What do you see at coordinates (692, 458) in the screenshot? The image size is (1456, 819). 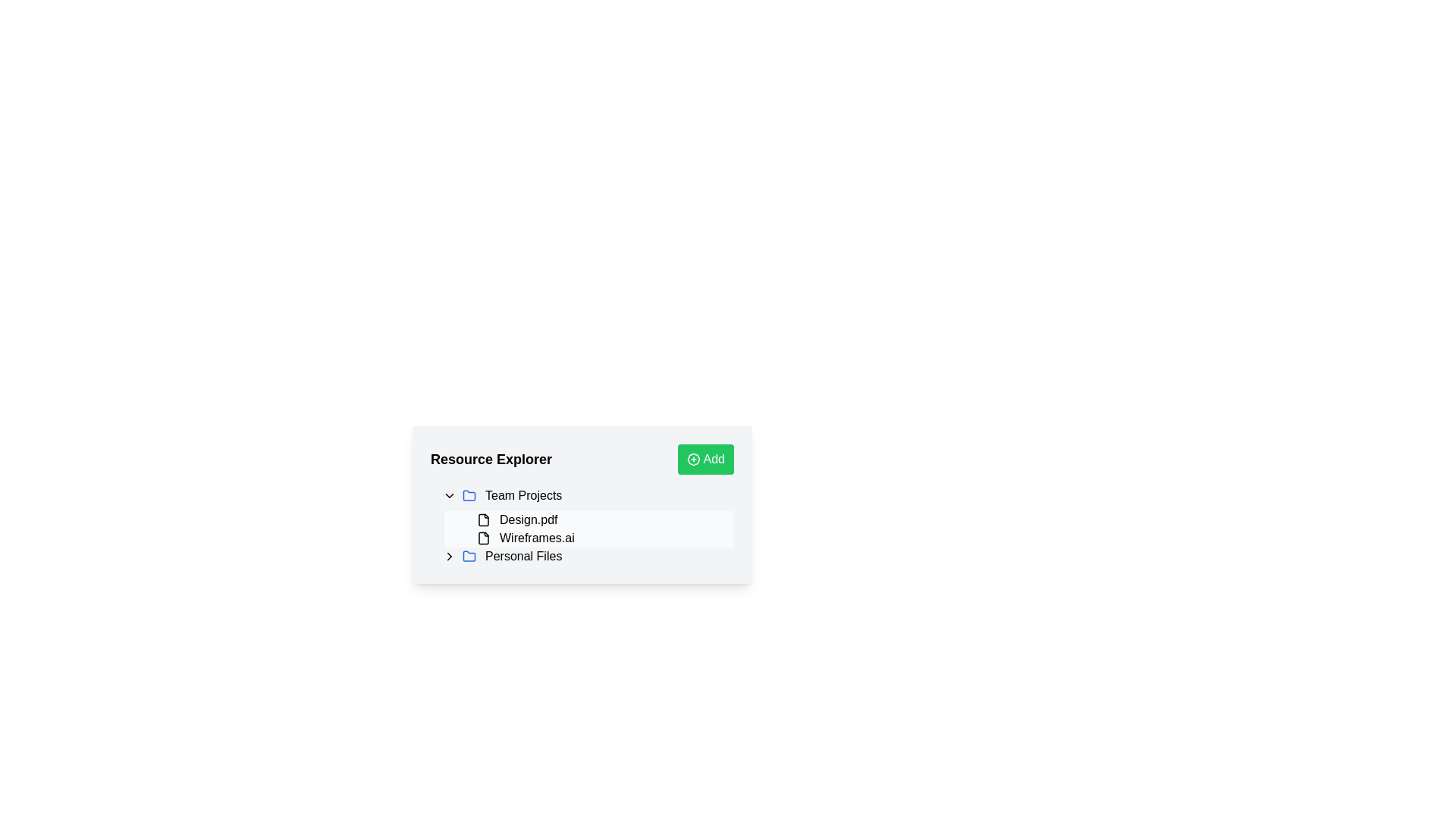 I see `the circular badge icon with a plus symbol inside, located to the left of the 'Add' text within the green rectangular button at the top right of the 'Resource Explorer' panel` at bounding box center [692, 458].